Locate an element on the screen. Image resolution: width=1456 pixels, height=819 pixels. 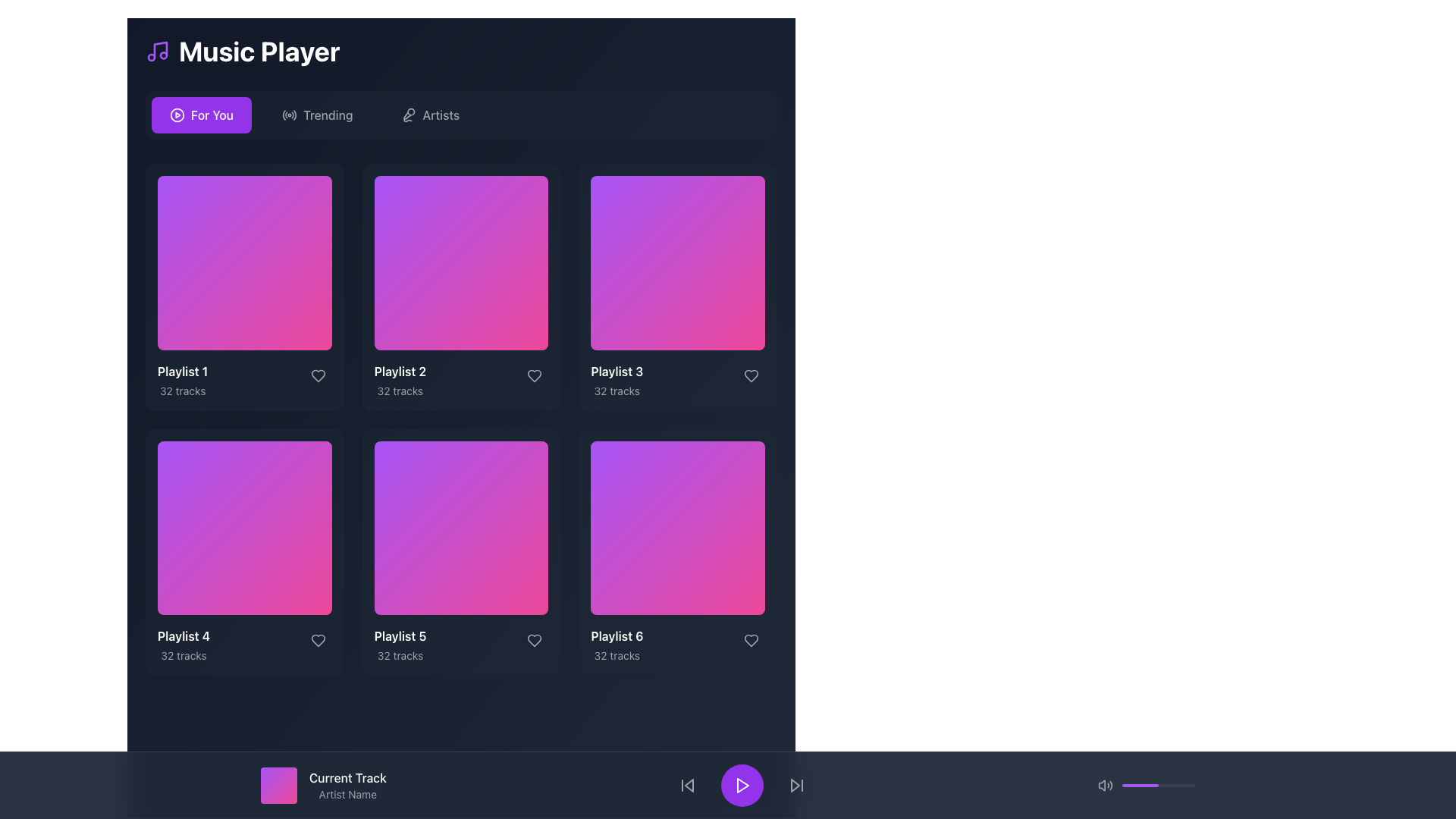
the text label reading 'Playlist 6', styled with white, bold font, located above the '32 tracks' label in the playlist card is located at coordinates (617, 636).